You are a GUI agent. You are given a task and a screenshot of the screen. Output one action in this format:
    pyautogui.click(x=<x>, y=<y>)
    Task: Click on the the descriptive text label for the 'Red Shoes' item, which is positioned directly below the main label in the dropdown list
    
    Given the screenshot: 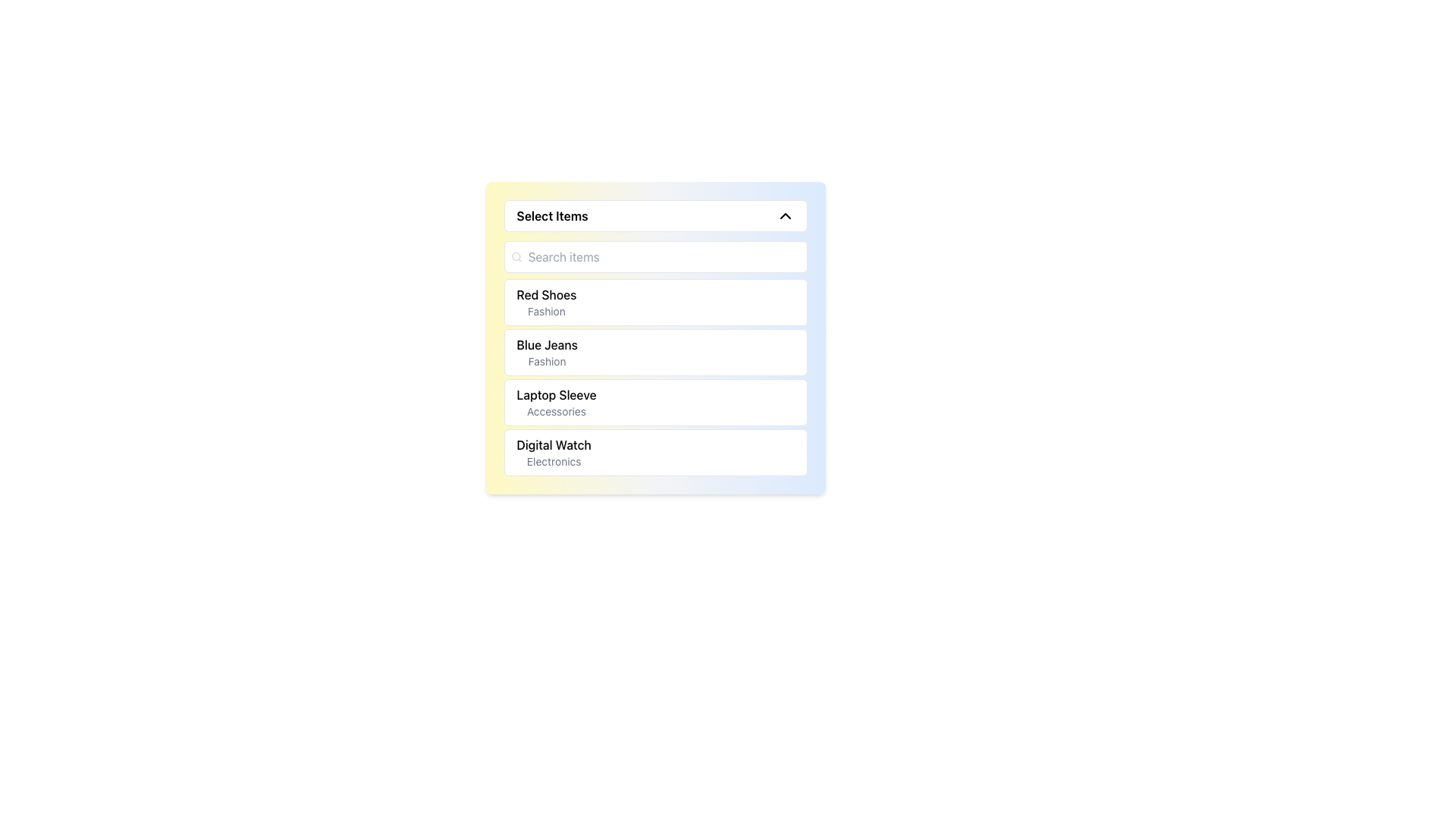 What is the action you would take?
    pyautogui.click(x=546, y=311)
    